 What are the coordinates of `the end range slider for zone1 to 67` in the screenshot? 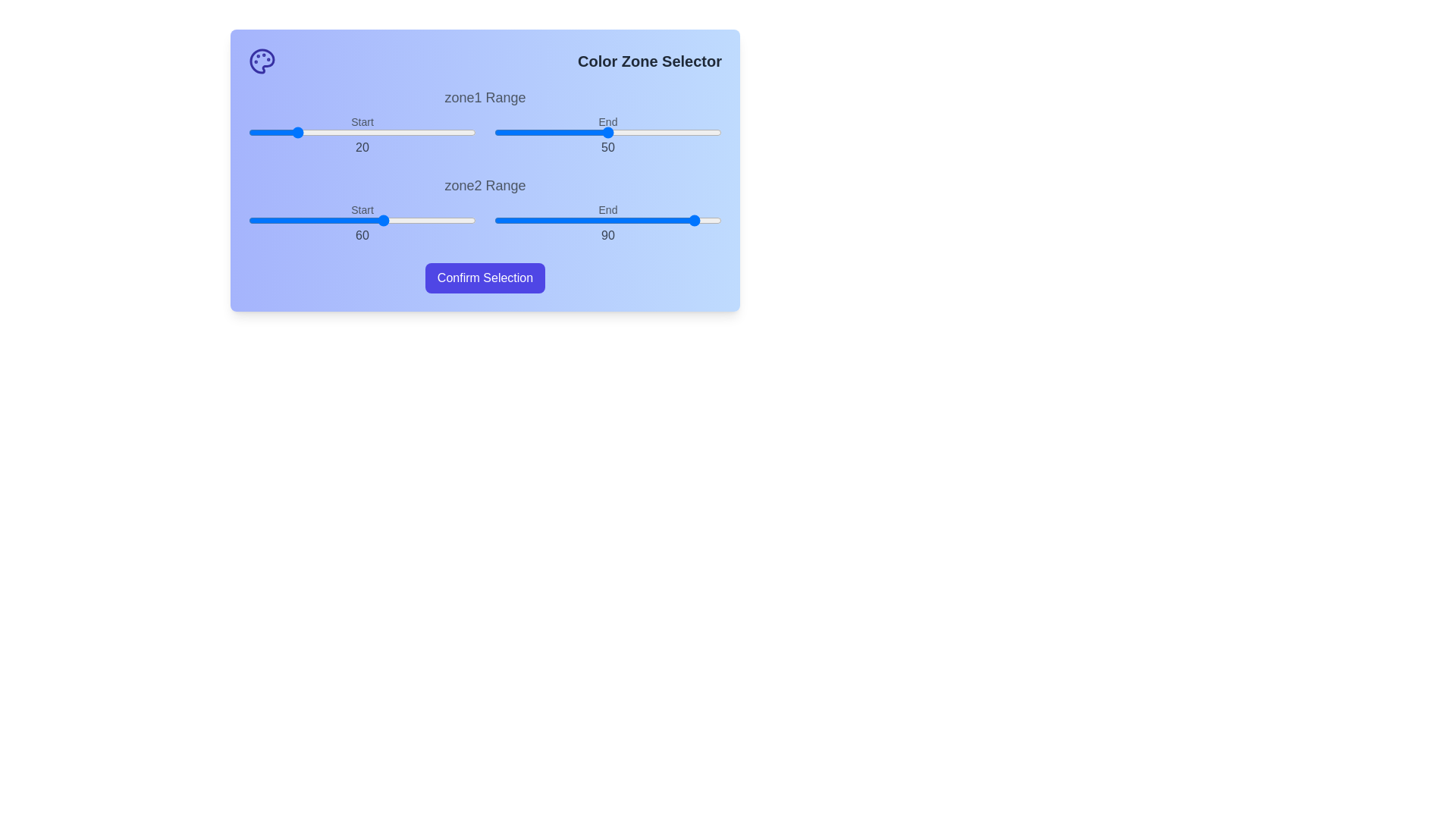 It's located at (647, 131).